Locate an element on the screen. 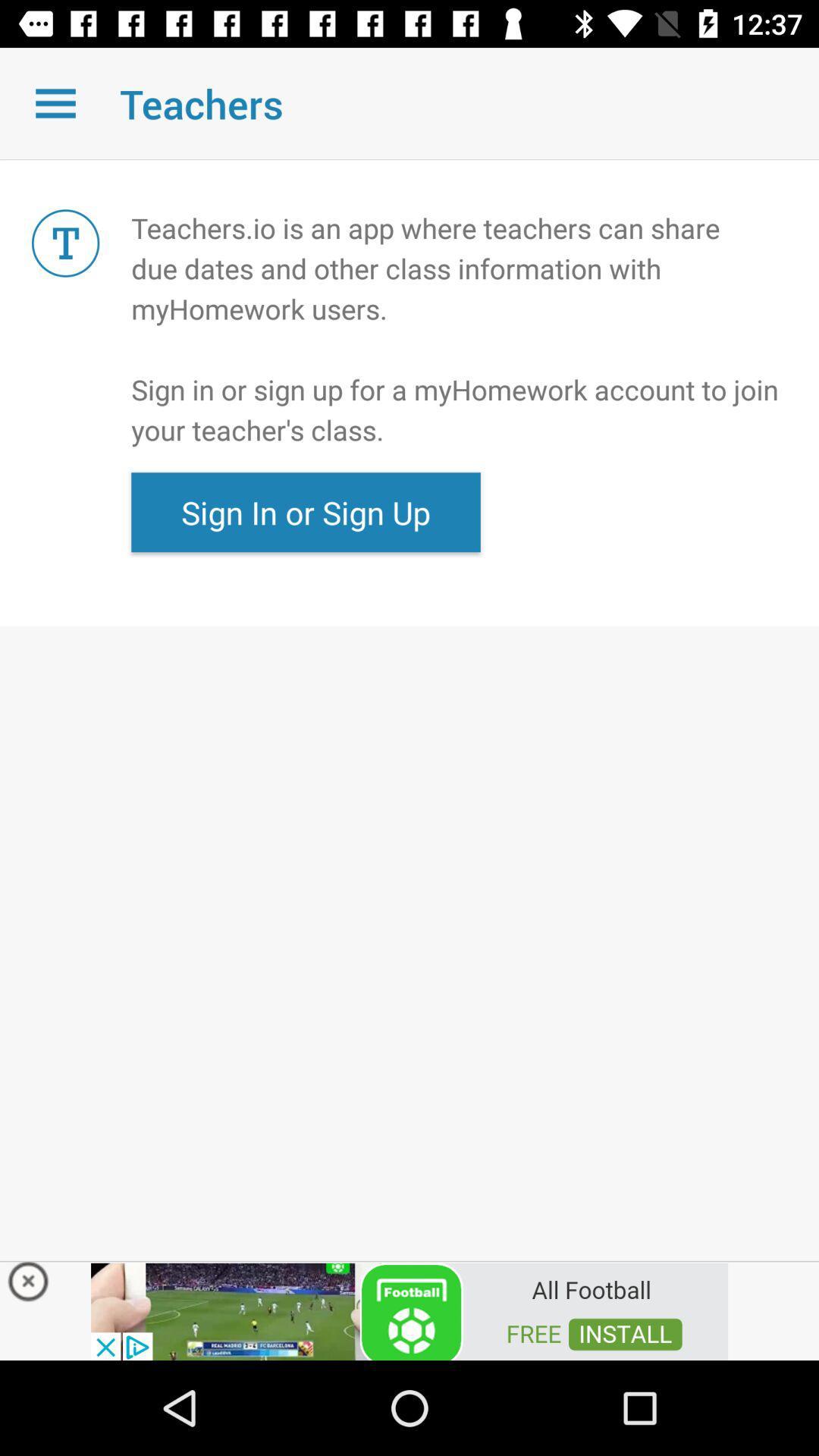 The width and height of the screenshot is (819, 1456). open advertisement is located at coordinates (409, 1310).